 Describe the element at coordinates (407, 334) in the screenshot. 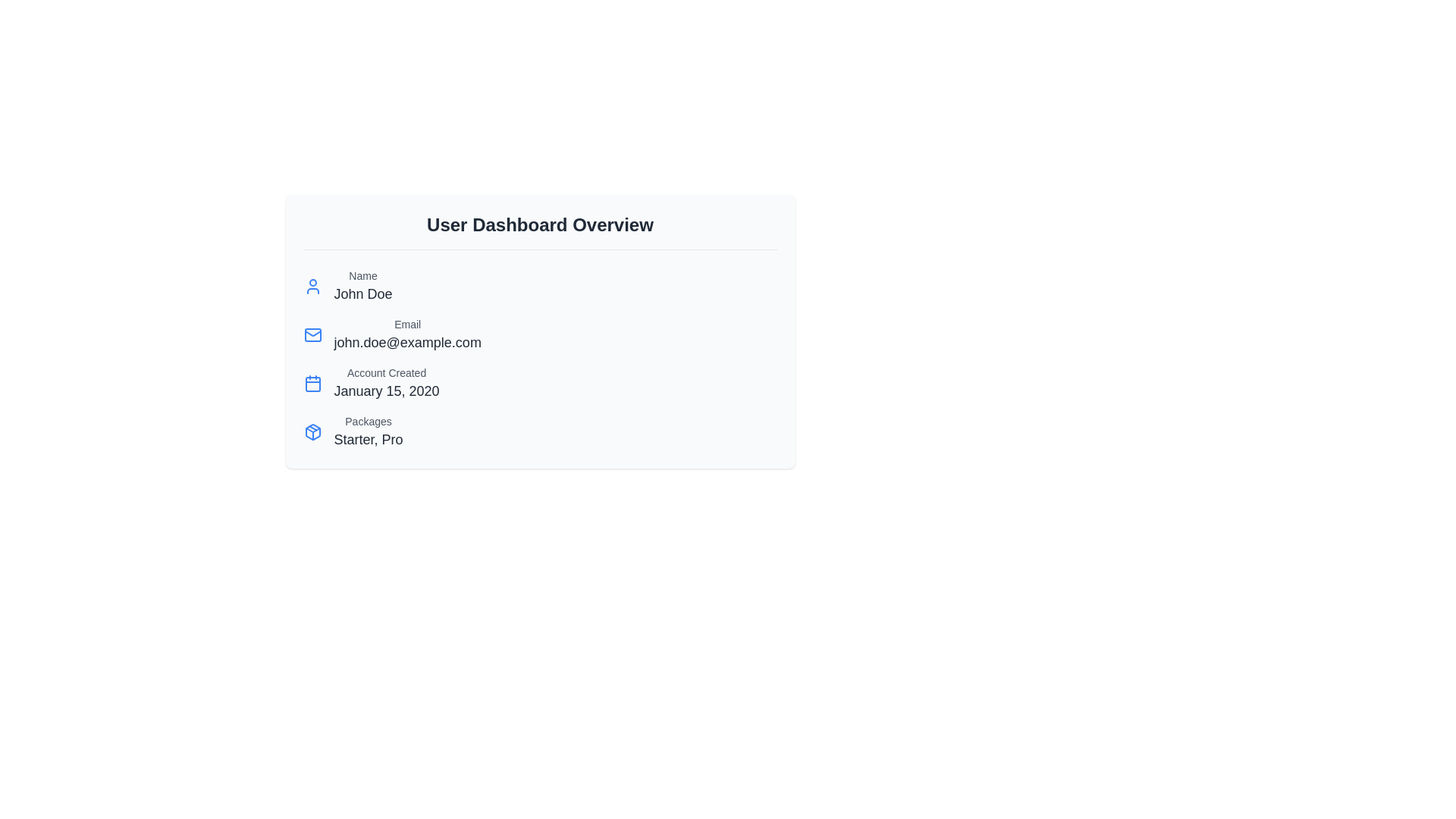

I see `the Text block displaying the email address 'john.doe@example.com', which is styled with larger, bold, dark text and located in the User Dashboard Overview below the 'John Doe' user name` at that location.